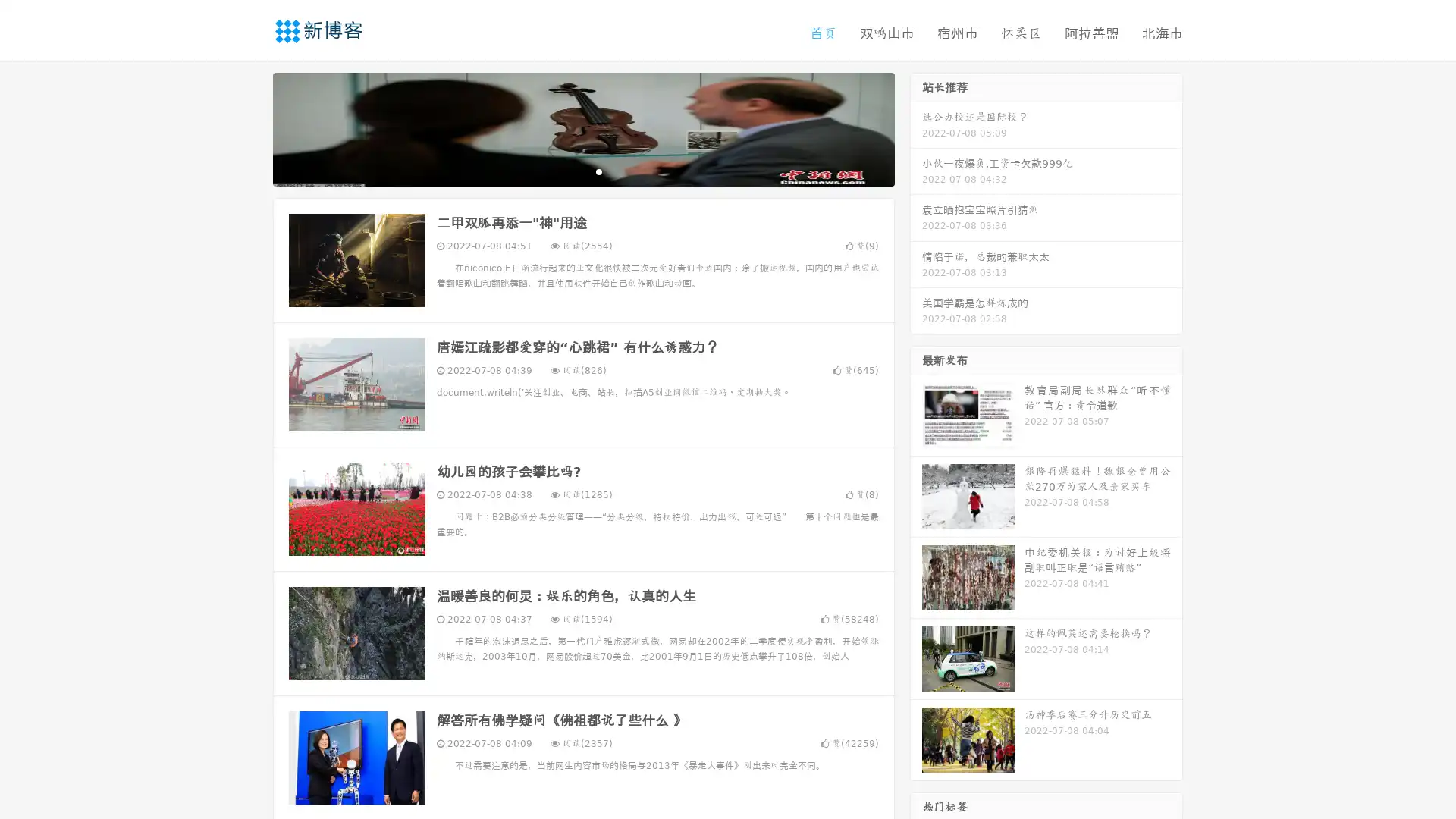 This screenshot has width=1456, height=819. I want to click on Next slide, so click(916, 127).